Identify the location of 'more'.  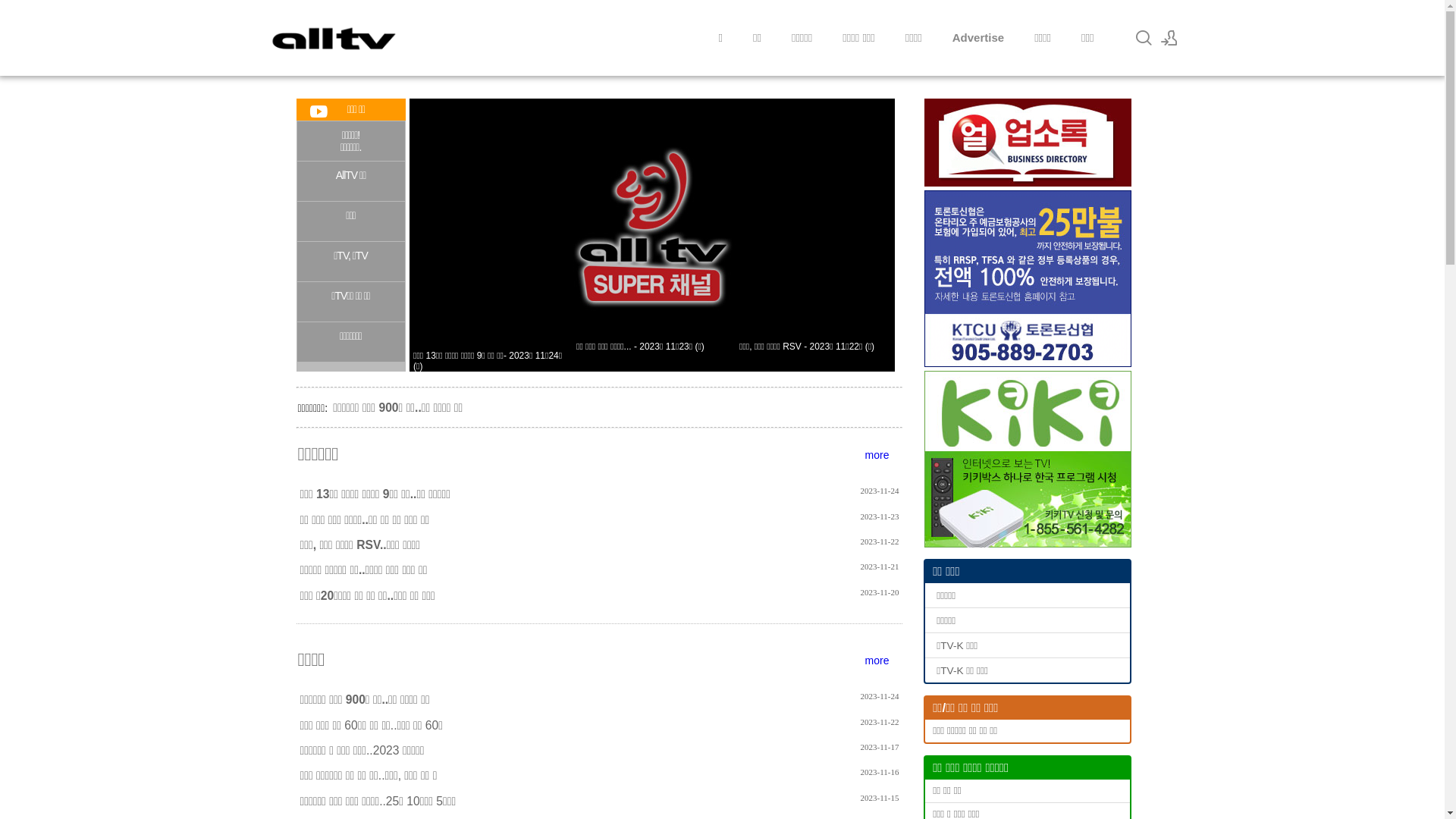
(877, 454).